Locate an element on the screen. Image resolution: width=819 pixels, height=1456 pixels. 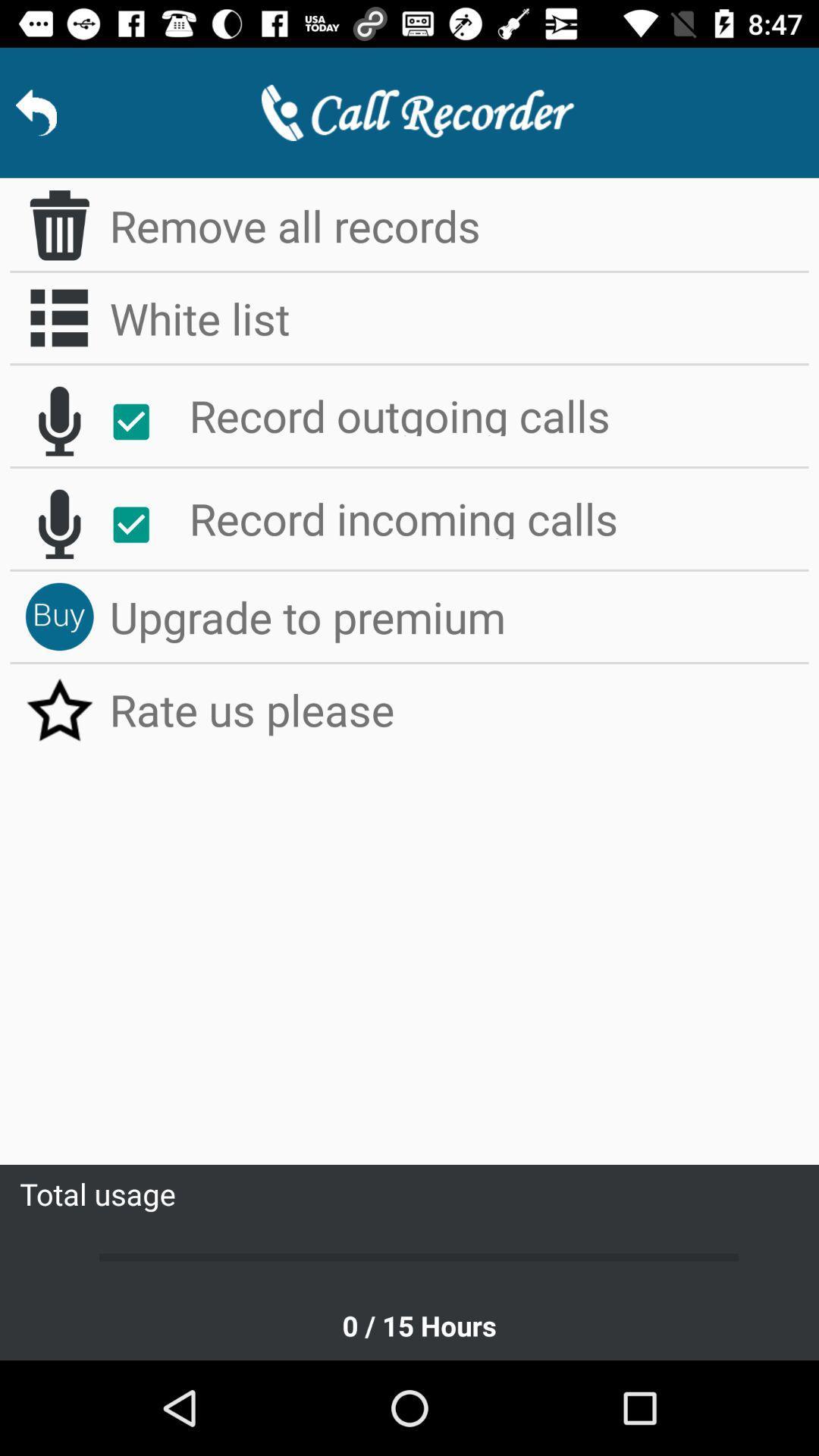
enlist button is located at coordinates (58, 317).